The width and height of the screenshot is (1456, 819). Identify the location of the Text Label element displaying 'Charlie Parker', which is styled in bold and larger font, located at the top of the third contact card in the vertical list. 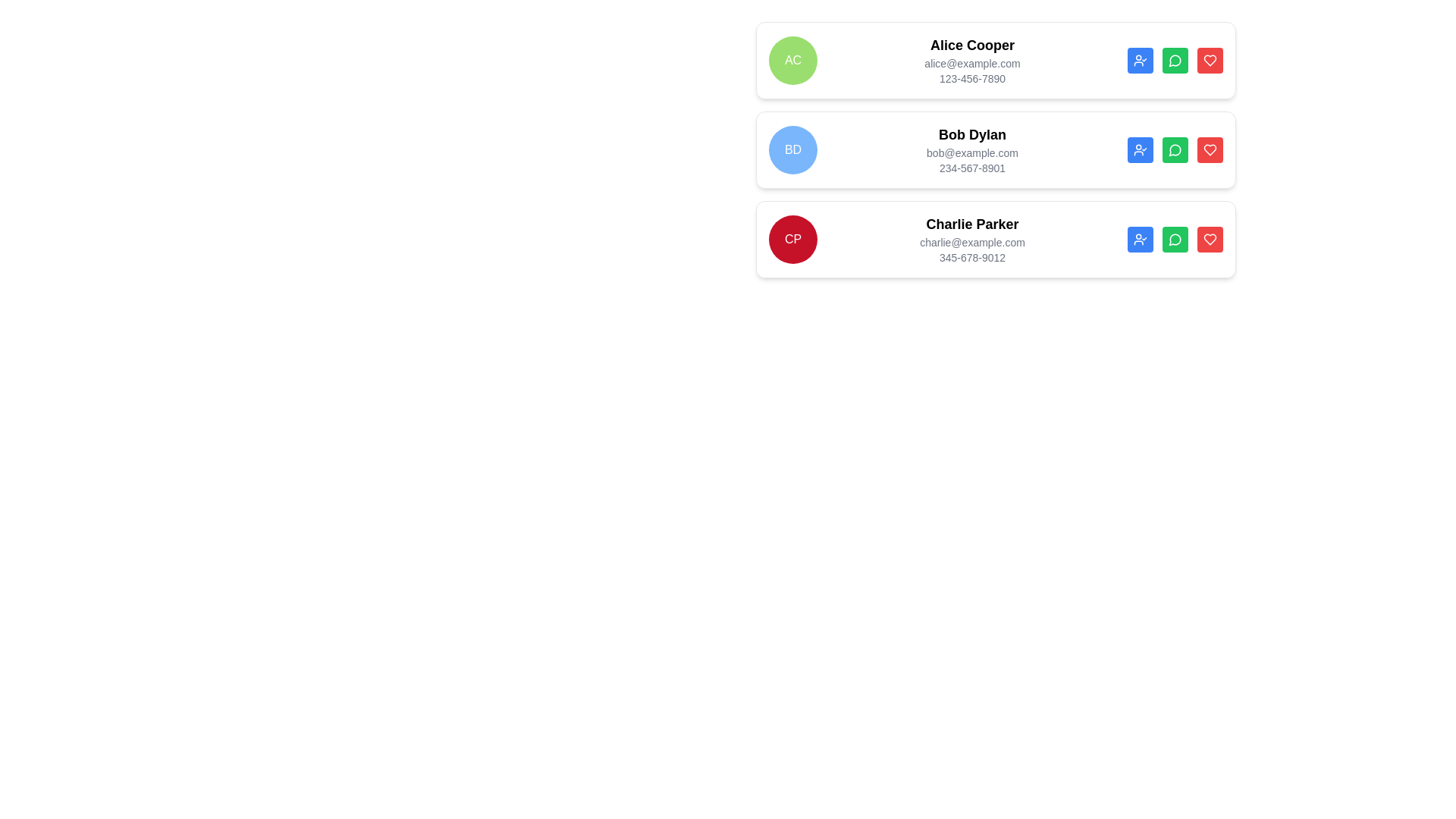
(972, 224).